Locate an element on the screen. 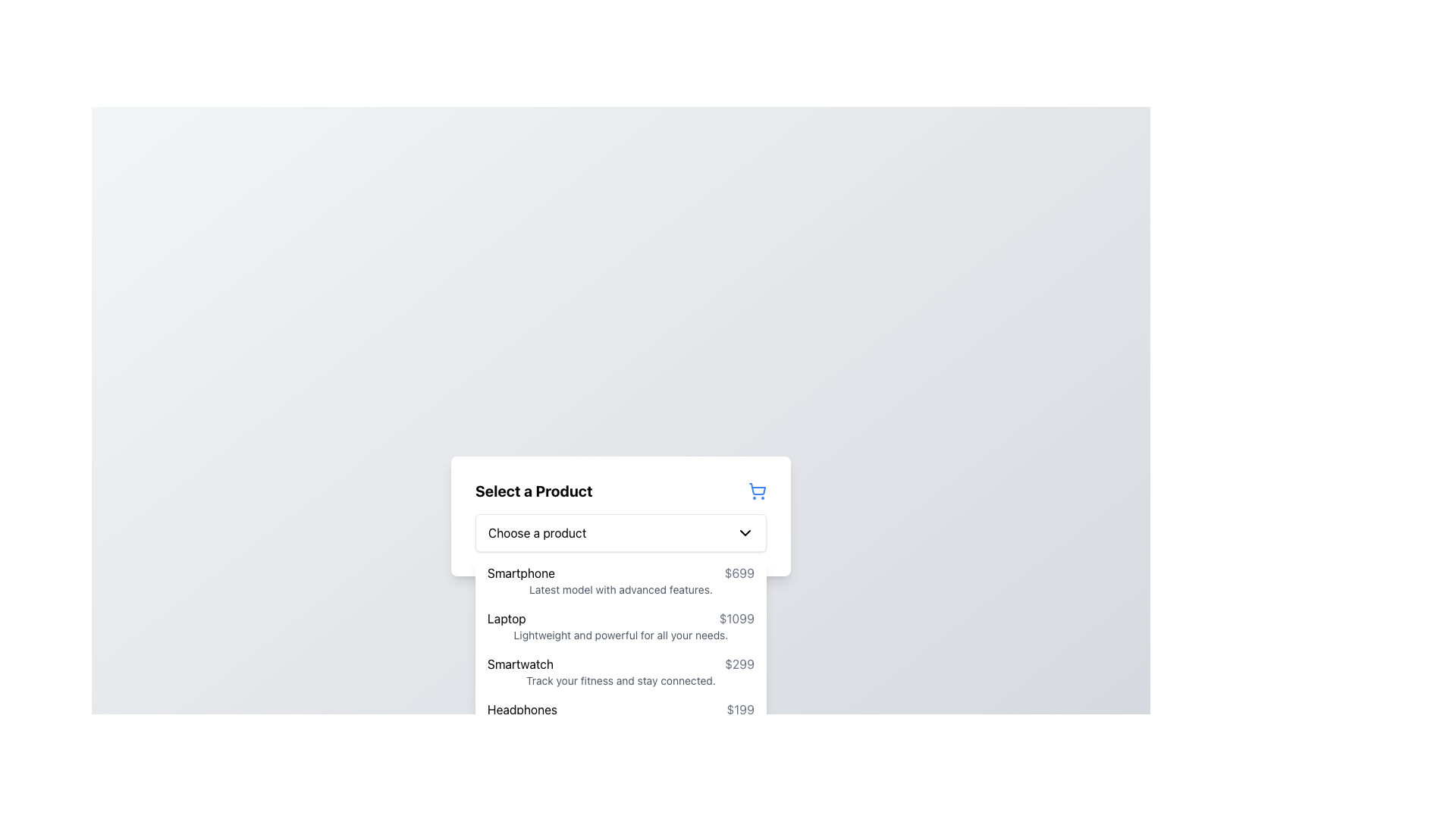  the Dropdown menu for selecting products located under the title 'Select a Product' is located at coordinates (621, 516).